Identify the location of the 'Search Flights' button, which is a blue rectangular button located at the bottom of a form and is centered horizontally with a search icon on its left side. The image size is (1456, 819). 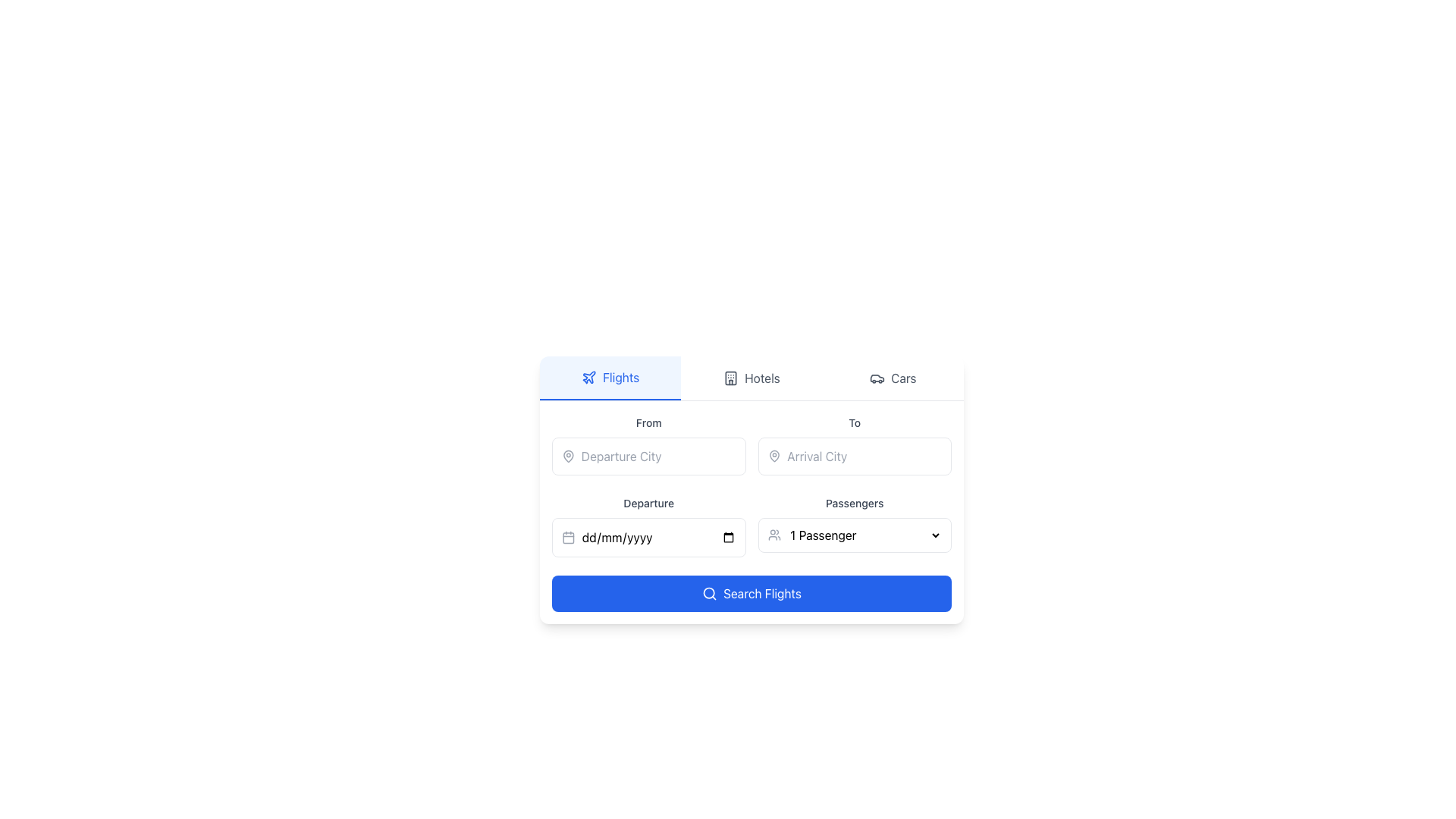
(762, 593).